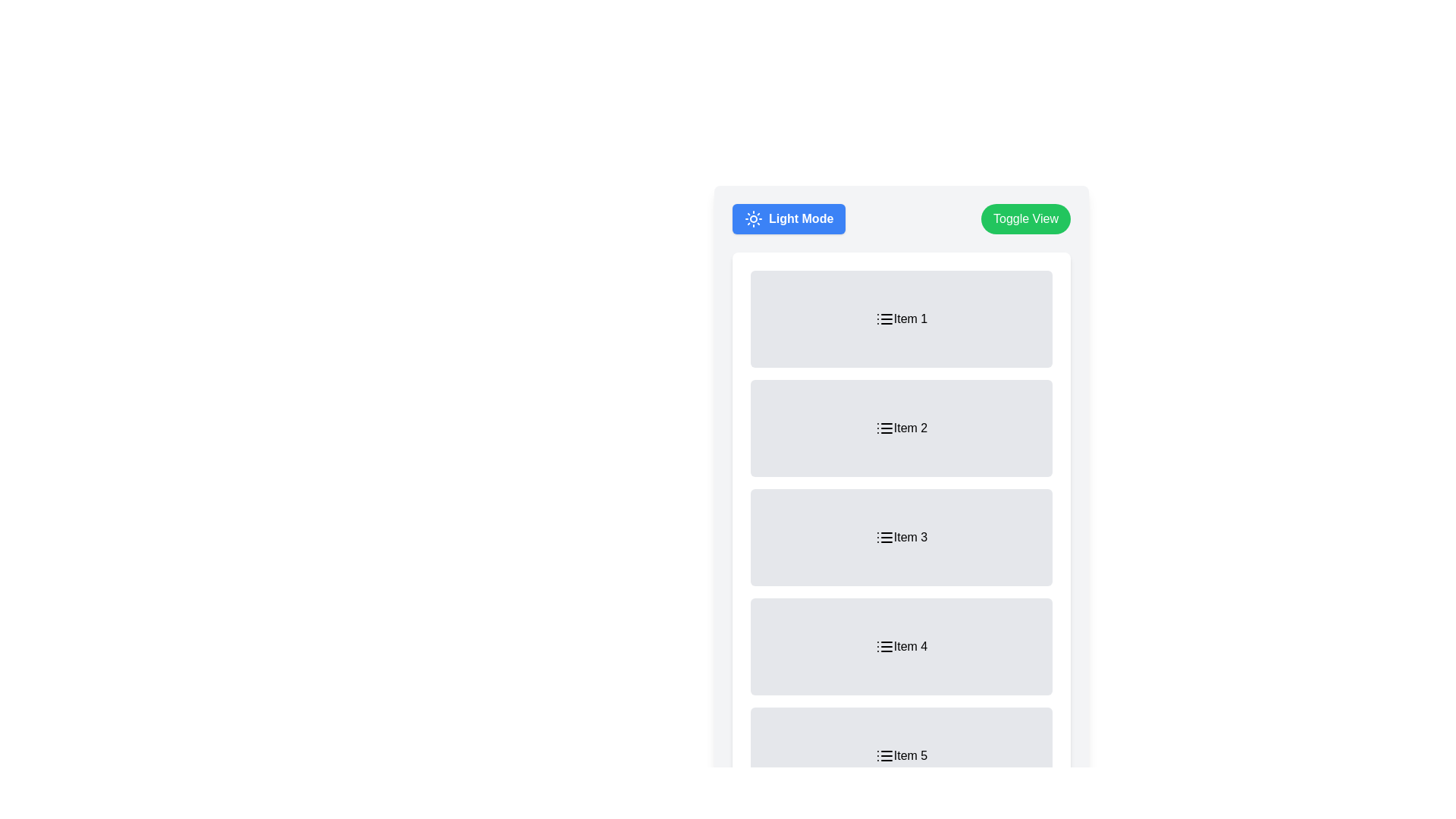 This screenshot has width=1456, height=819. Describe the element at coordinates (884, 537) in the screenshot. I see `the menu icon located at the top-left corner of the 'Item 3' card` at that location.